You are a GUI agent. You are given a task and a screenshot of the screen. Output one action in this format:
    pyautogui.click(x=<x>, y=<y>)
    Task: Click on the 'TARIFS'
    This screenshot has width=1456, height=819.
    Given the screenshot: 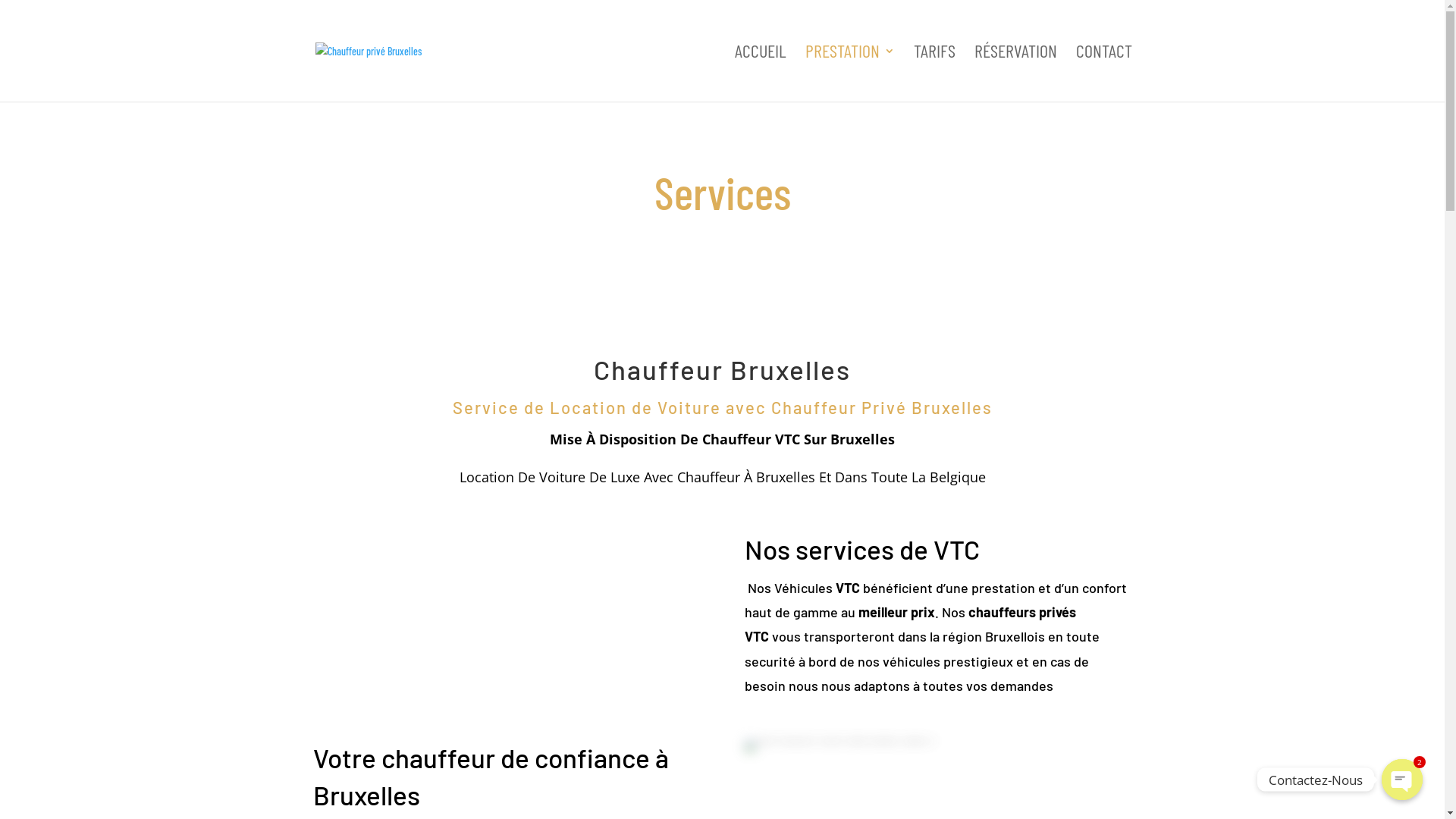 What is the action you would take?
    pyautogui.click(x=933, y=73)
    